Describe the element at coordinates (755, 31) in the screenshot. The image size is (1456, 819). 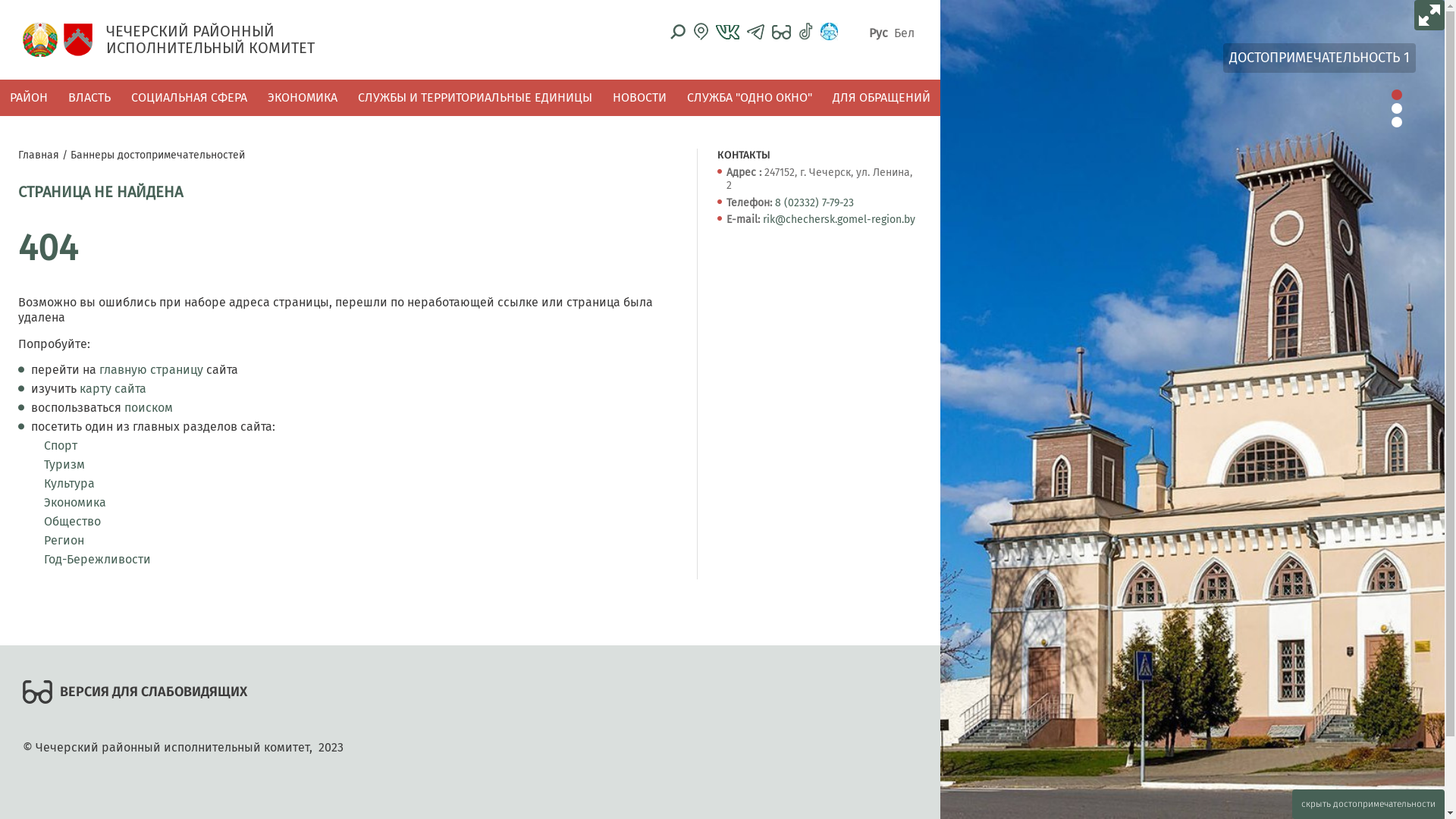
I see `'telegram'` at that location.